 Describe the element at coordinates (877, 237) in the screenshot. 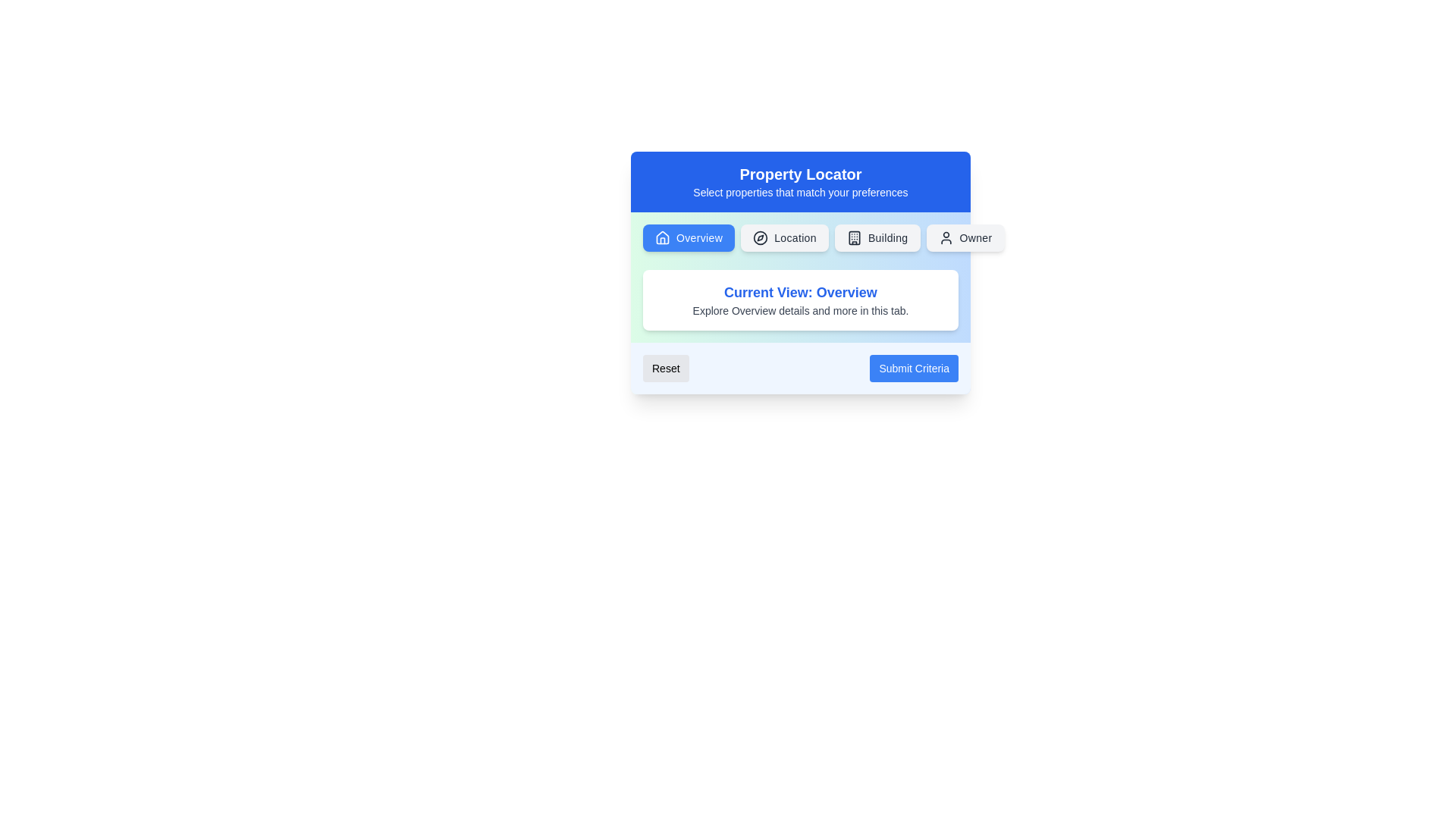

I see `the 'Building' button` at that location.